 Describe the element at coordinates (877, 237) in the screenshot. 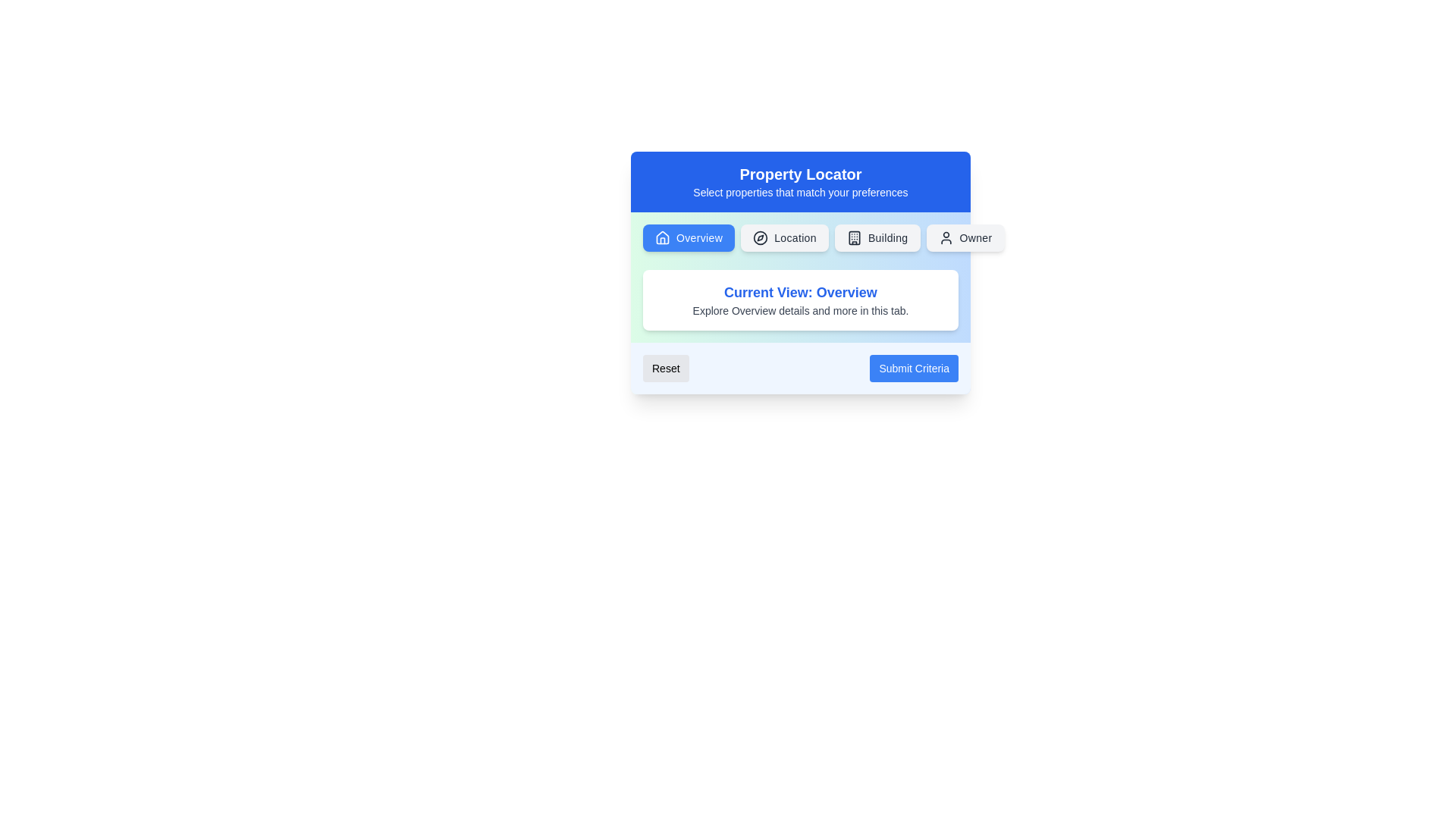

I see `the 'Building' button` at that location.